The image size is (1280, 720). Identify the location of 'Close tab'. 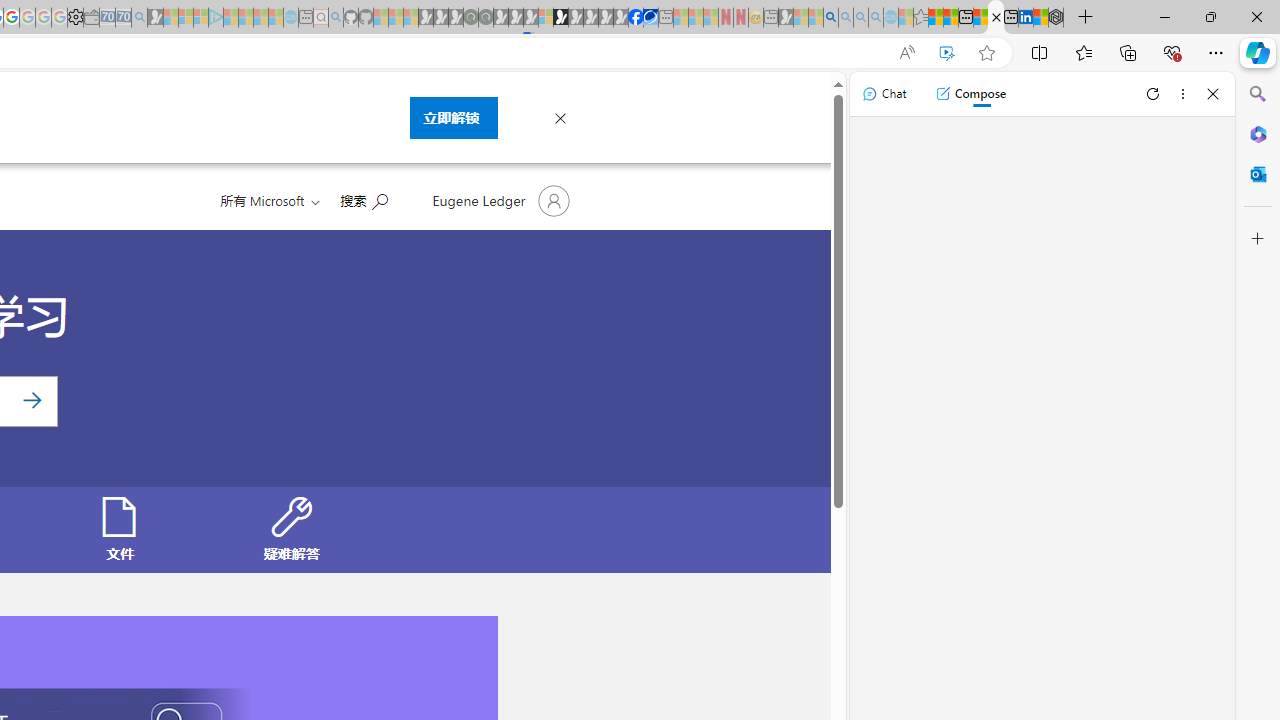
(996, 17).